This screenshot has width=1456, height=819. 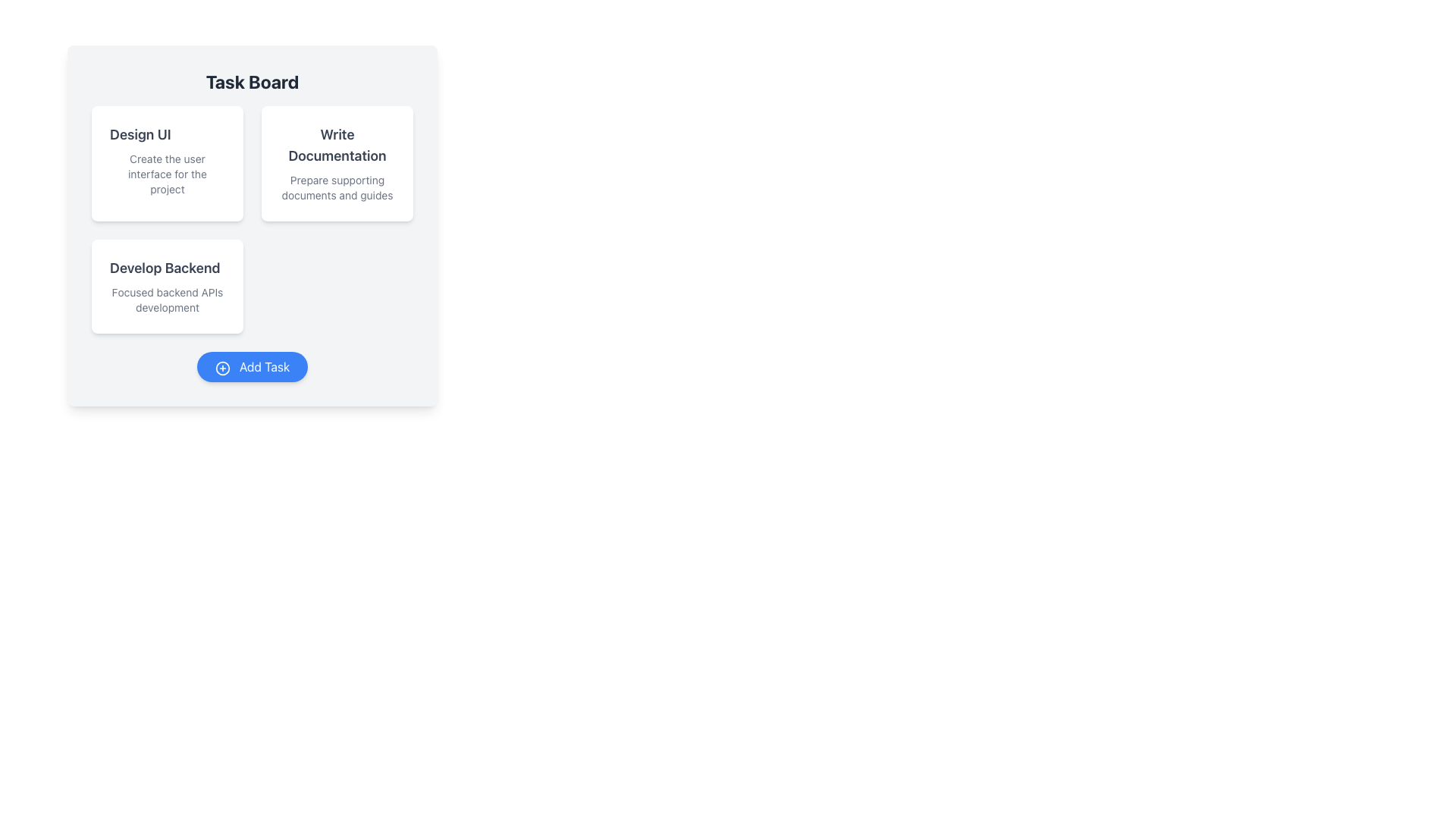 I want to click on description of the text element saying 'Focused backend APIs development', which is styled in gray and located below the title 'Develop Backend' within a rectangular card, so click(x=167, y=300).